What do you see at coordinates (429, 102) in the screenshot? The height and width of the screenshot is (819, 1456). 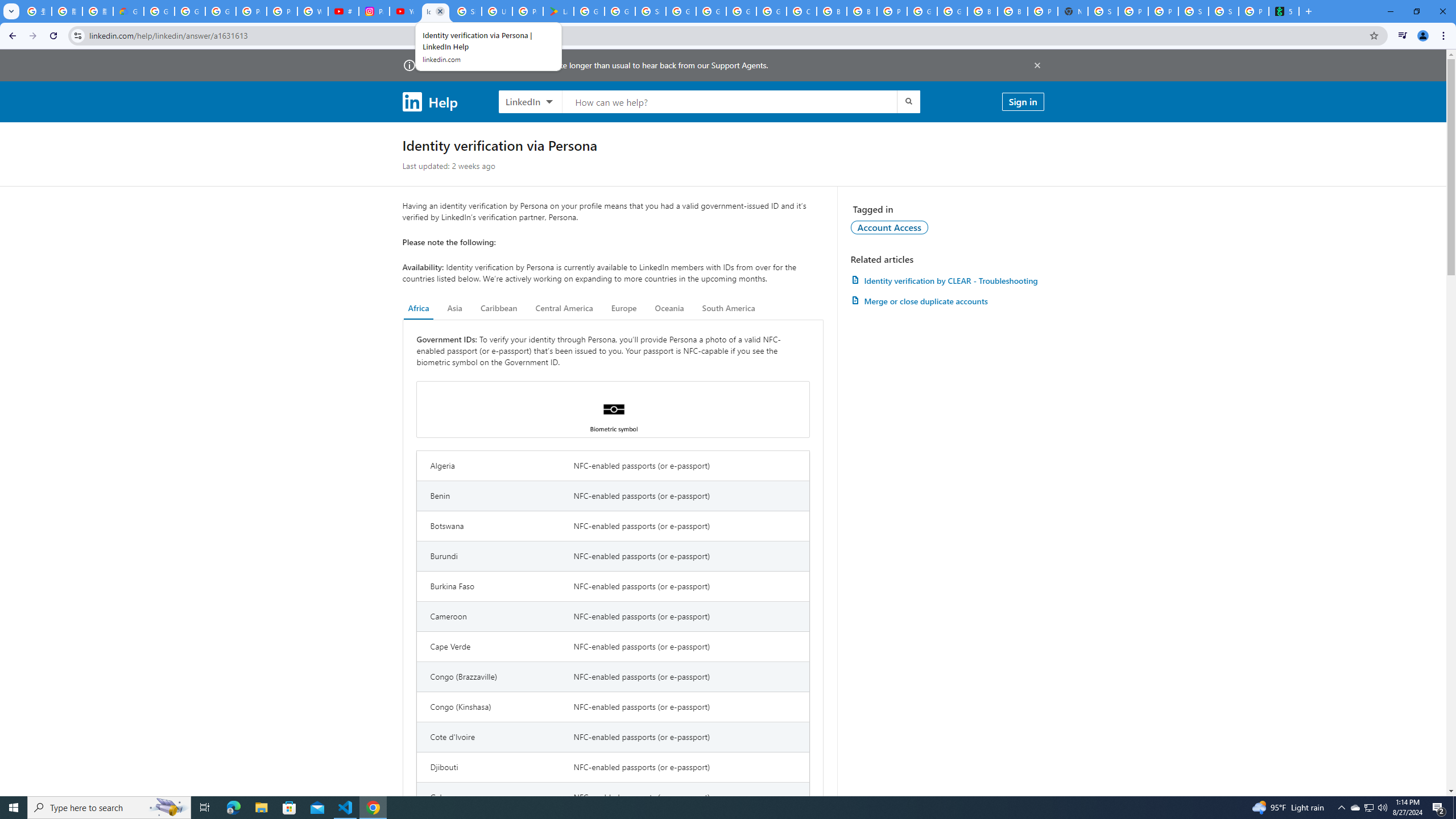 I see `'Help'` at bounding box center [429, 102].